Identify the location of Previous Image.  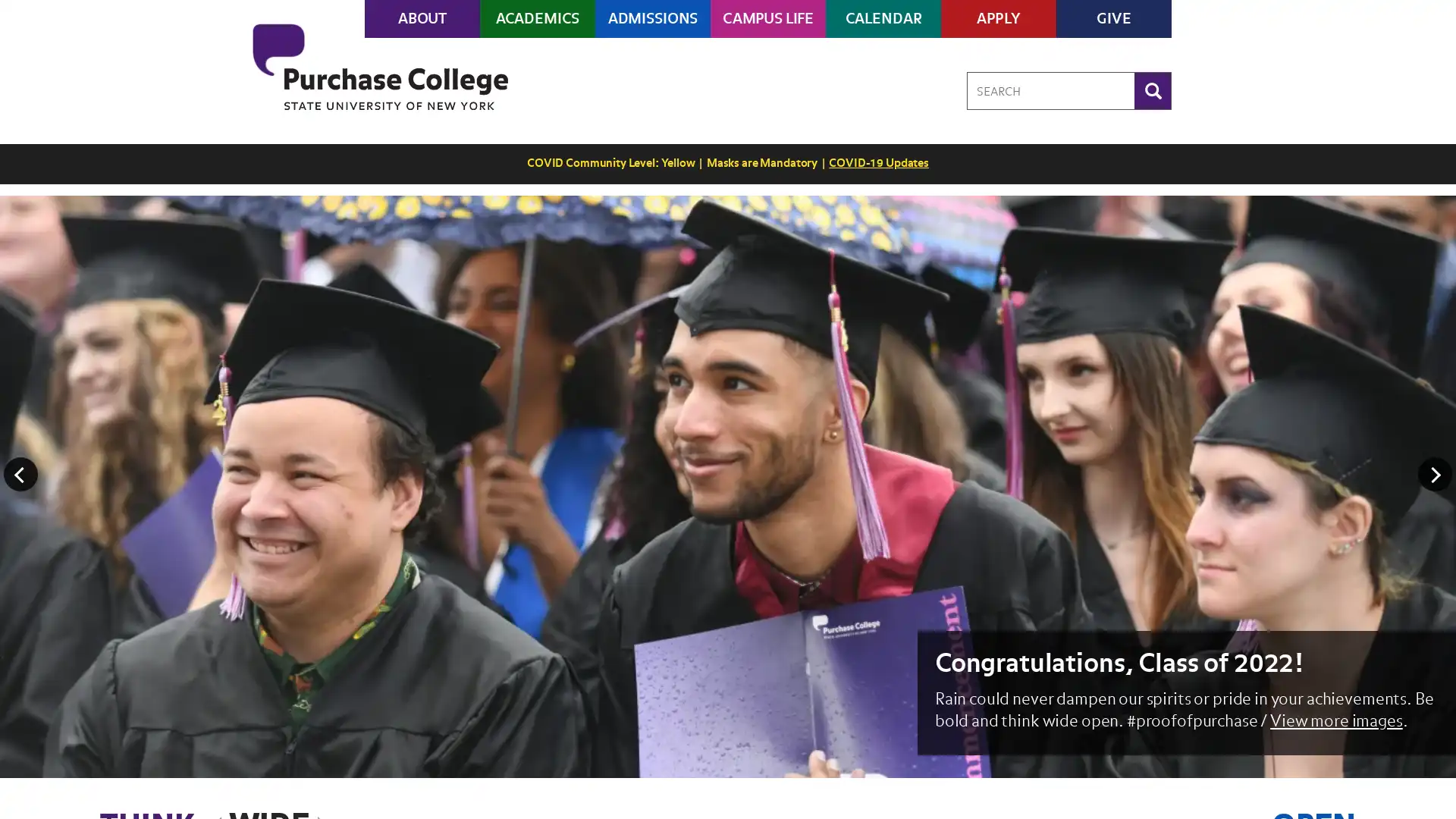
(20, 473).